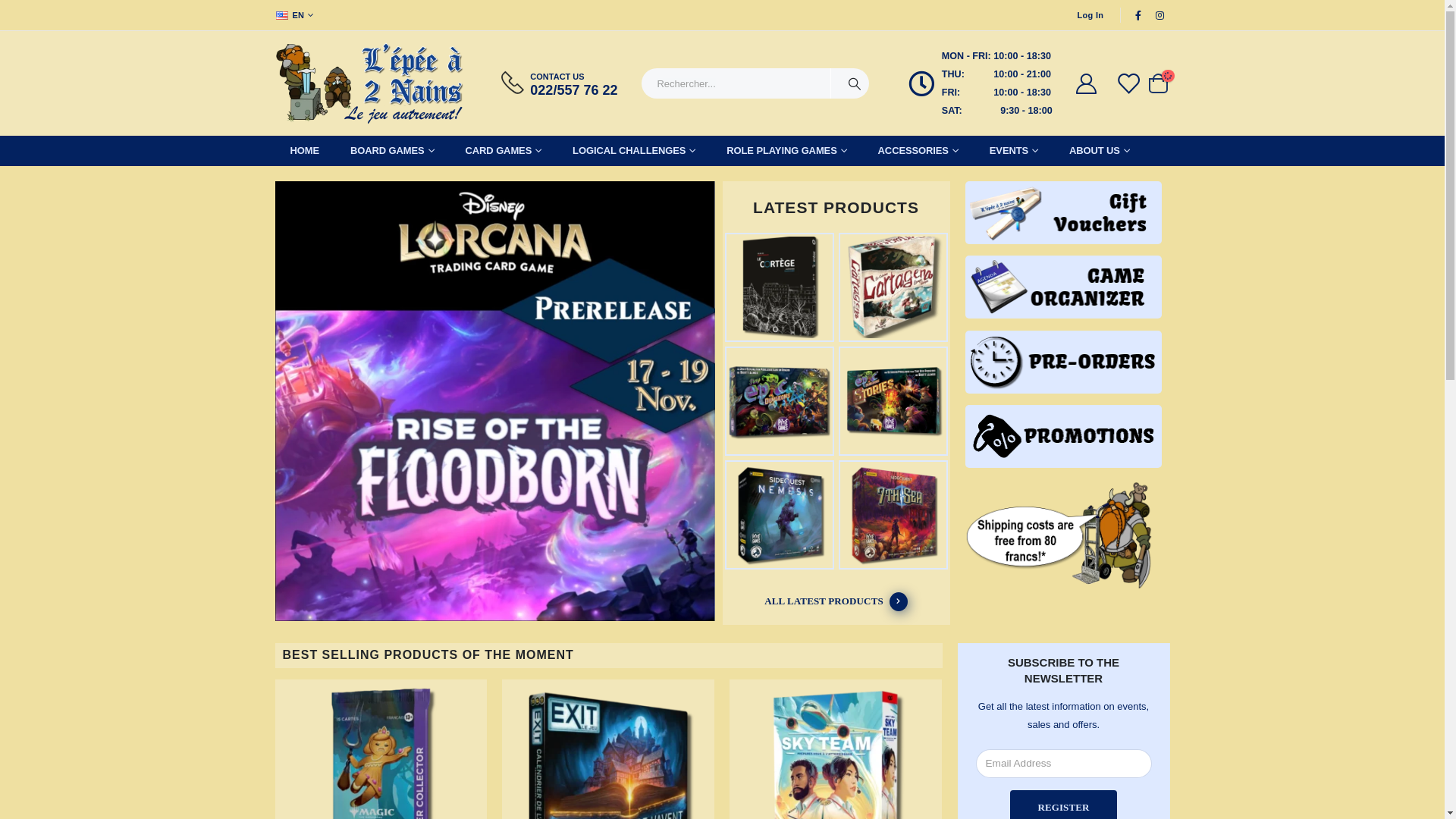 The image size is (1456, 819). Describe the element at coordinates (1090, 14) in the screenshot. I see `'Log In'` at that location.